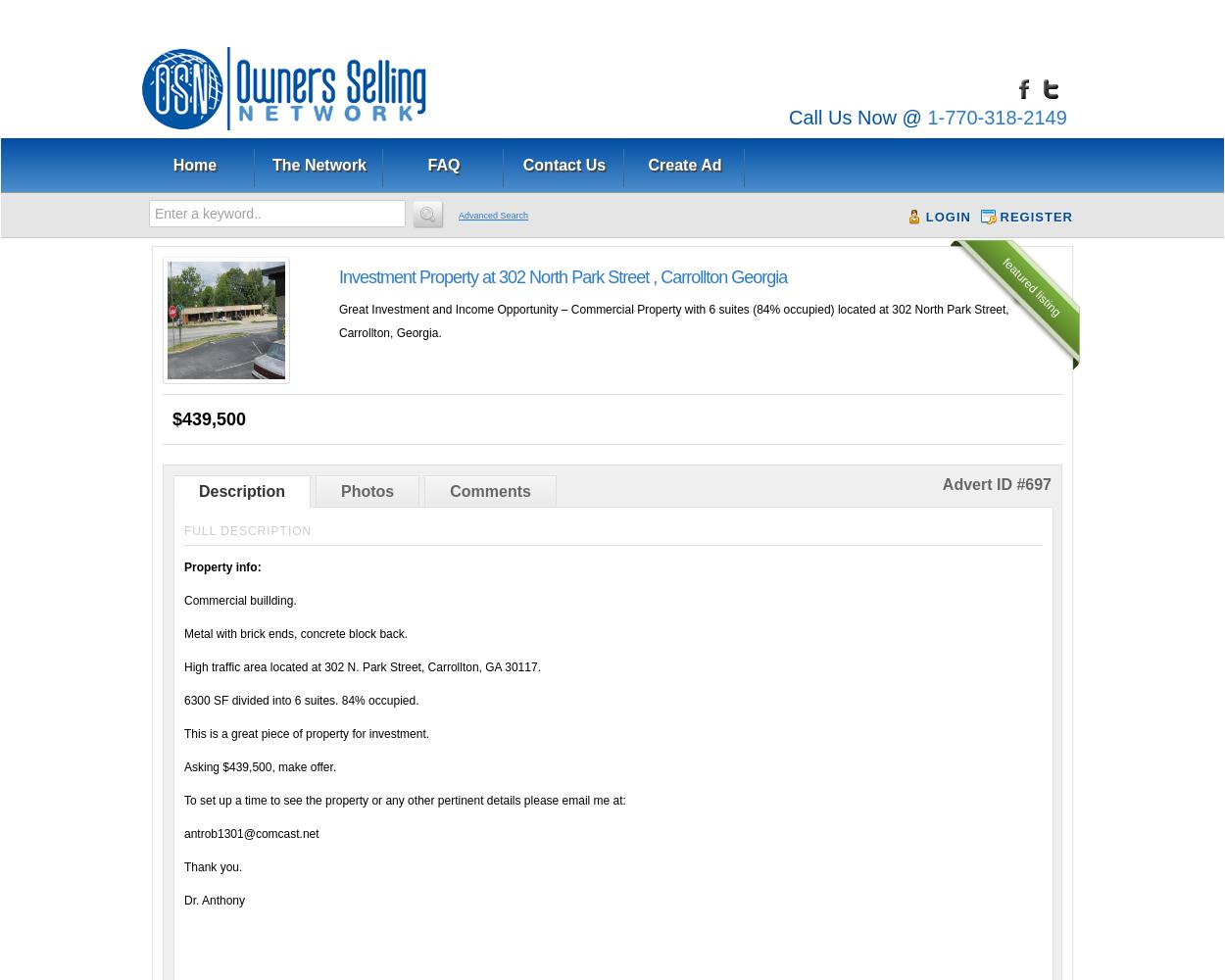 The height and width of the screenshot is (980, 1225). I want to click on 'Full Description', so click(248, 531).